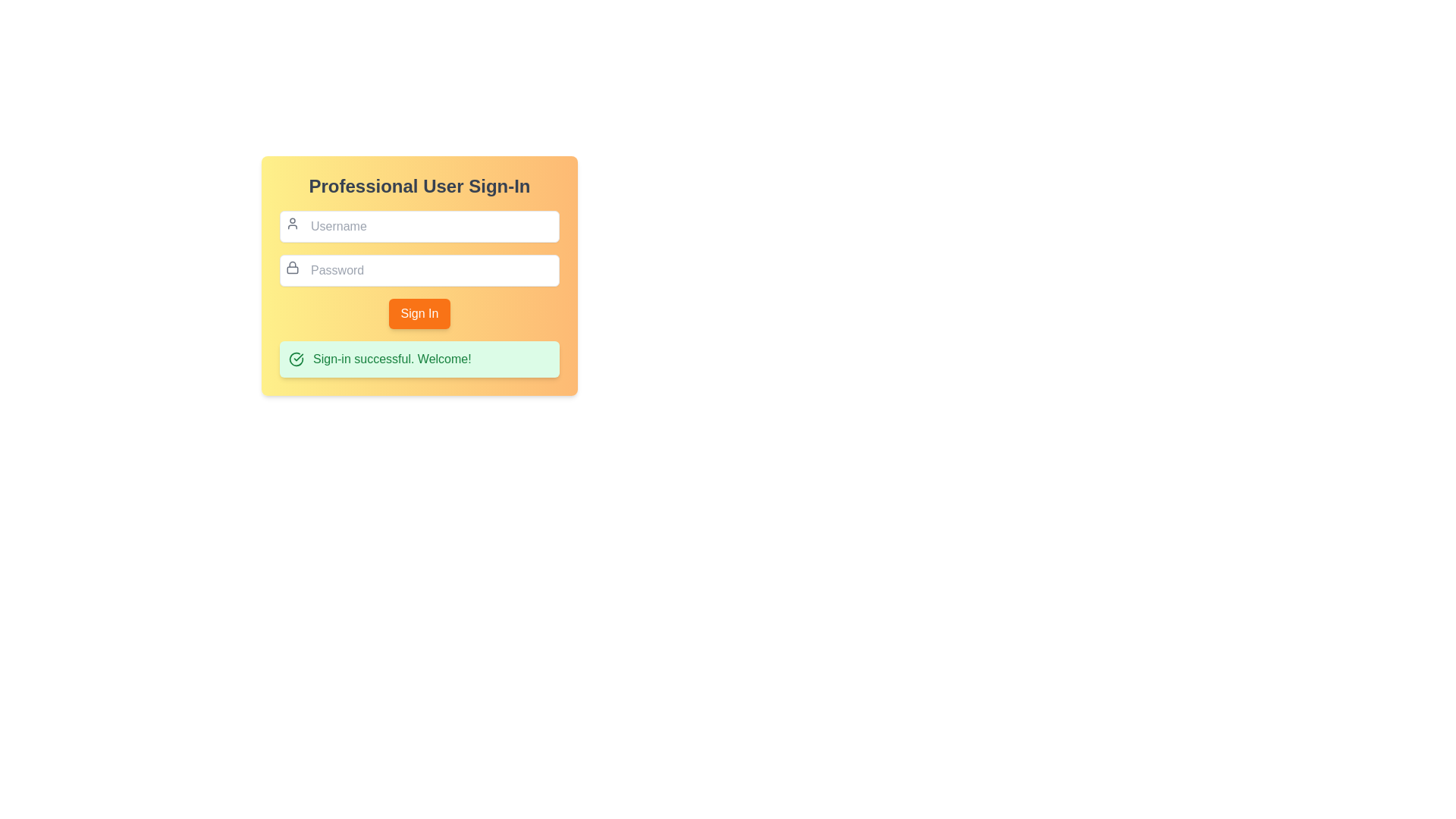 This screenshot has height=819, width=1456. I want to click on the sign-in interface card, so click(419, 275).